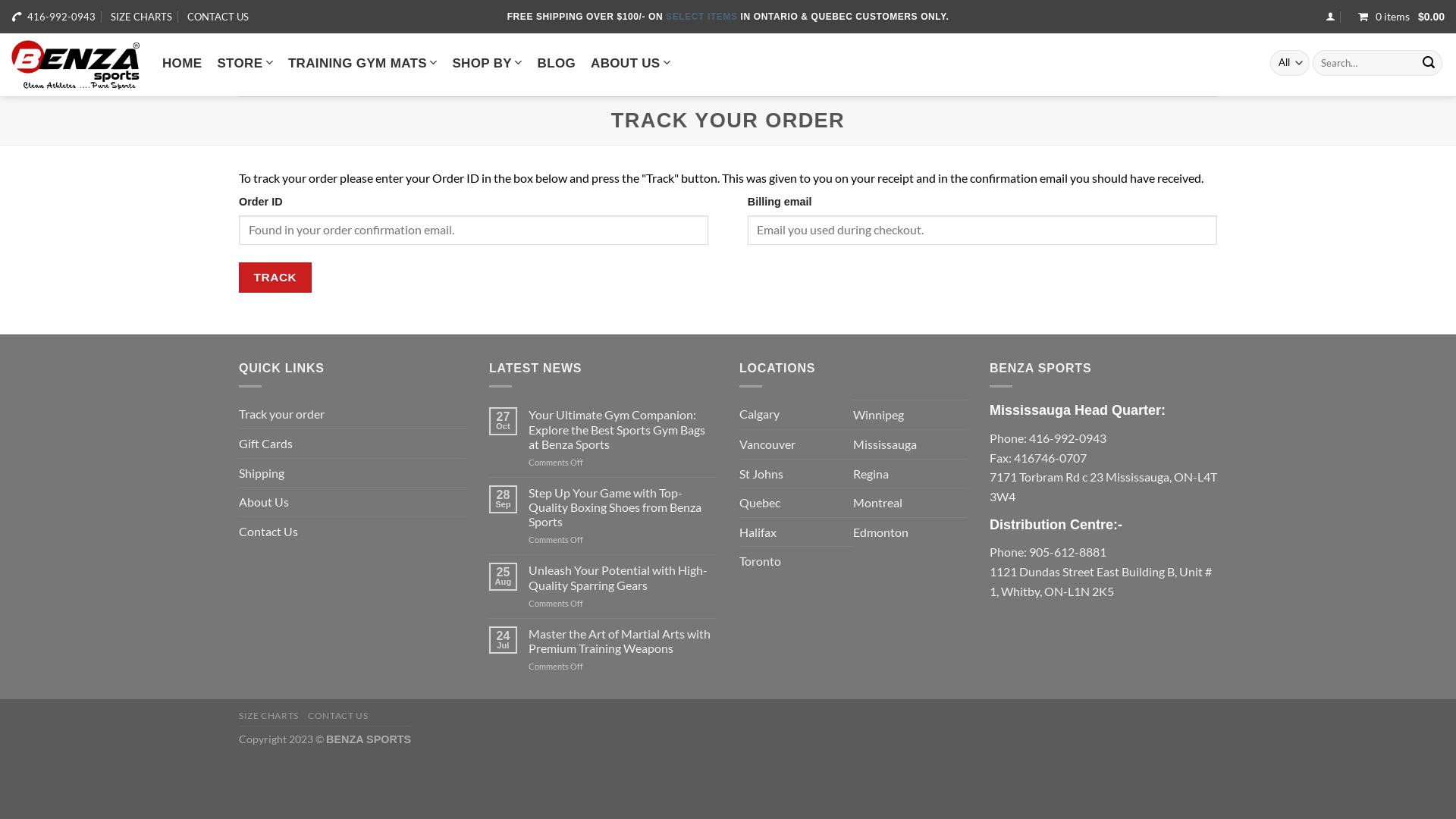 The width and height of the screenshot is (1456, 819). What do you see at coordinates (487, 61) in the screenshot?
I see `'SHOP BY'` at bounding box center [487, 61].